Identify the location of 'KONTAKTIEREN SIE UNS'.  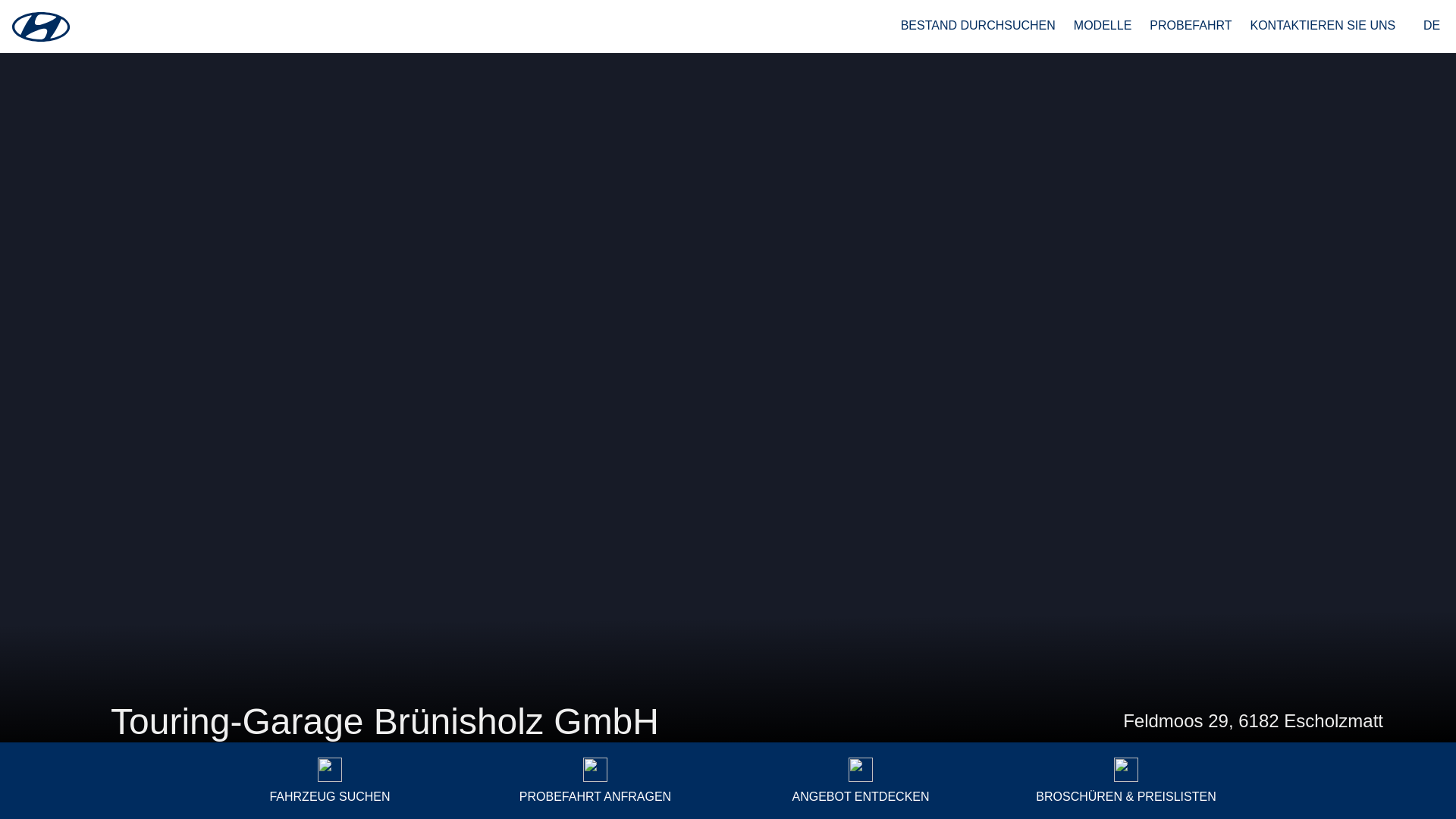
(1321, 26).